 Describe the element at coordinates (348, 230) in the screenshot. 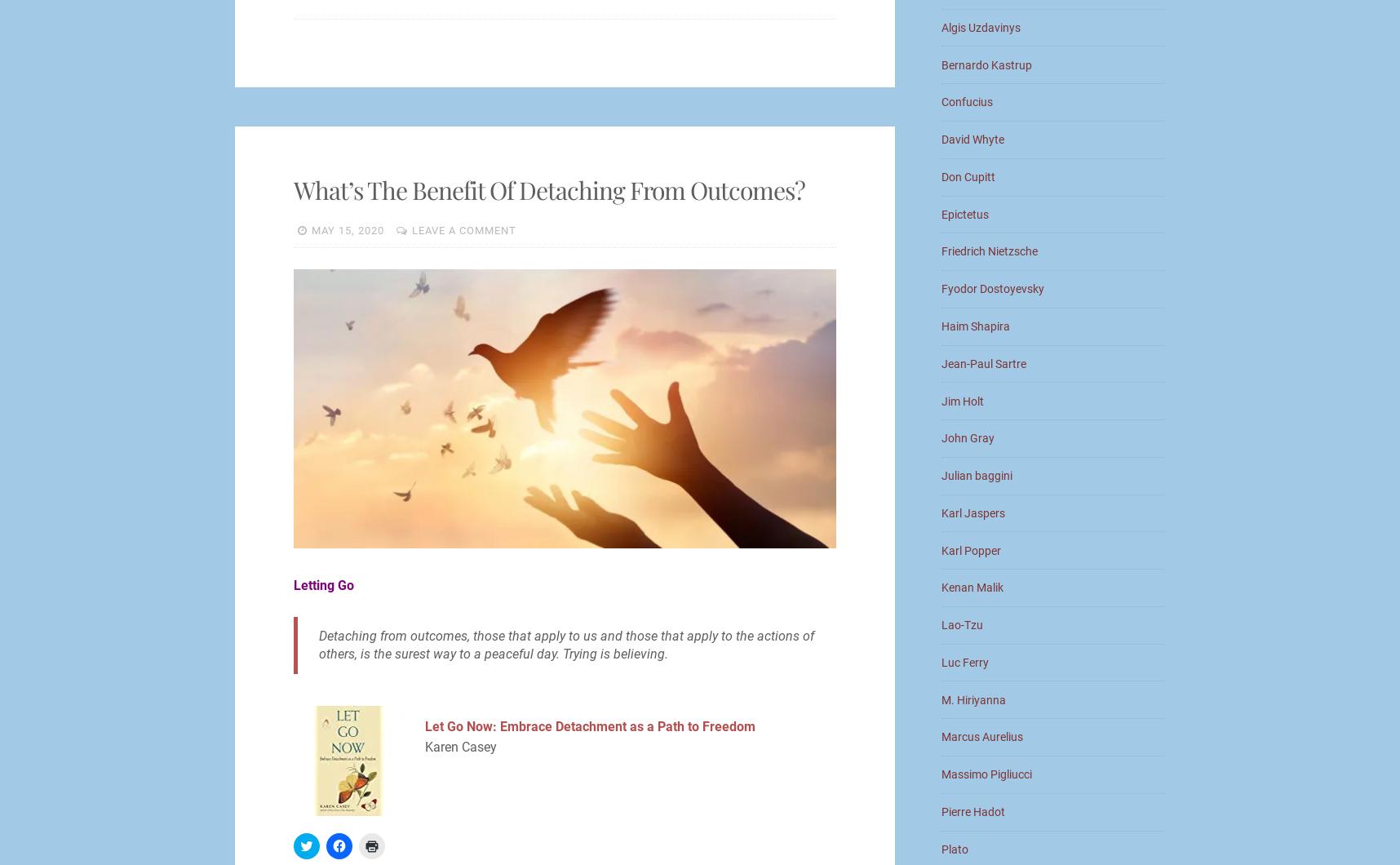

I see `'May 15, 2020'` at that location.